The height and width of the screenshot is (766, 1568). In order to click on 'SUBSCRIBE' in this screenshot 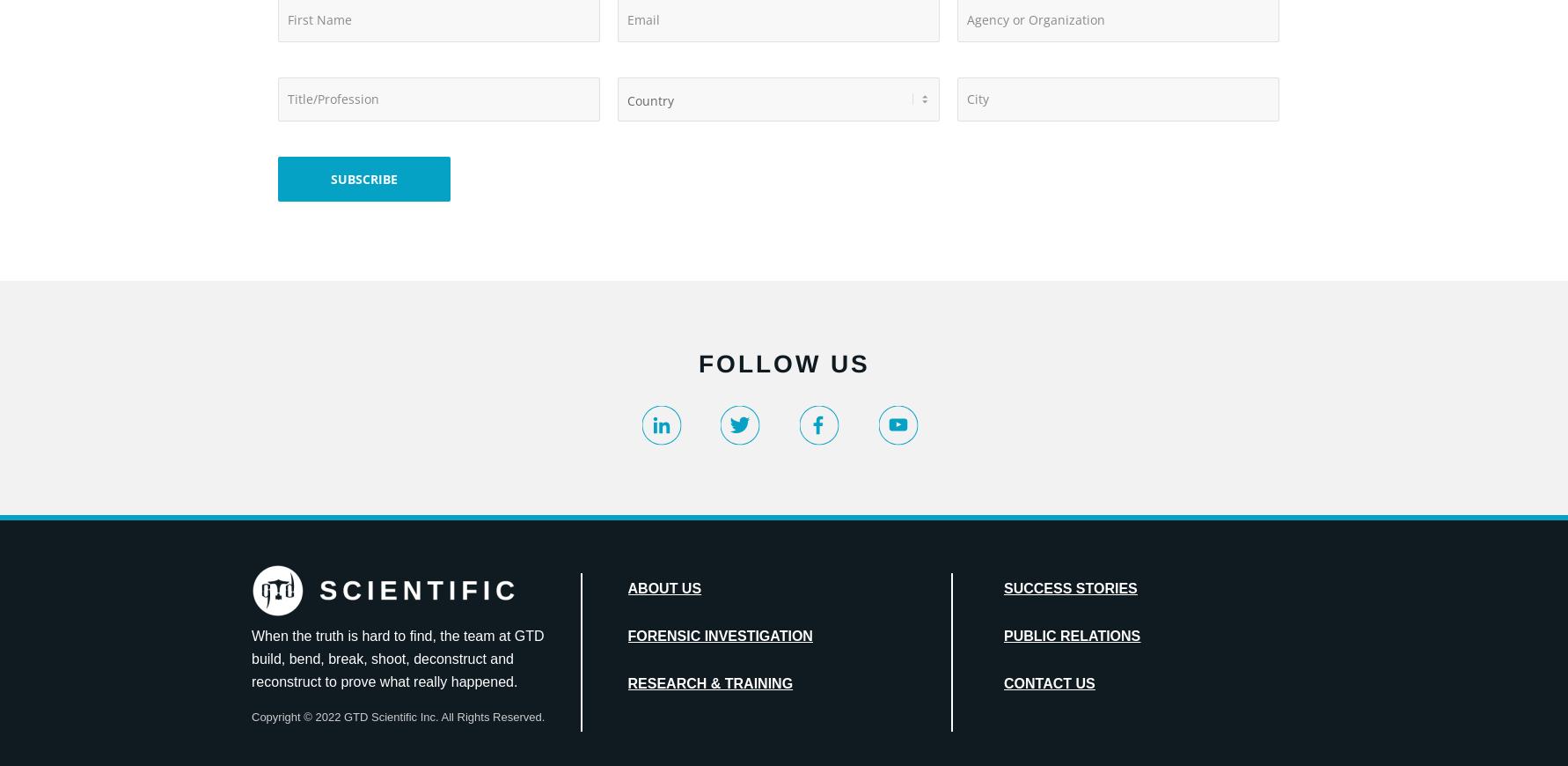, I will do `click(363, 177)`.